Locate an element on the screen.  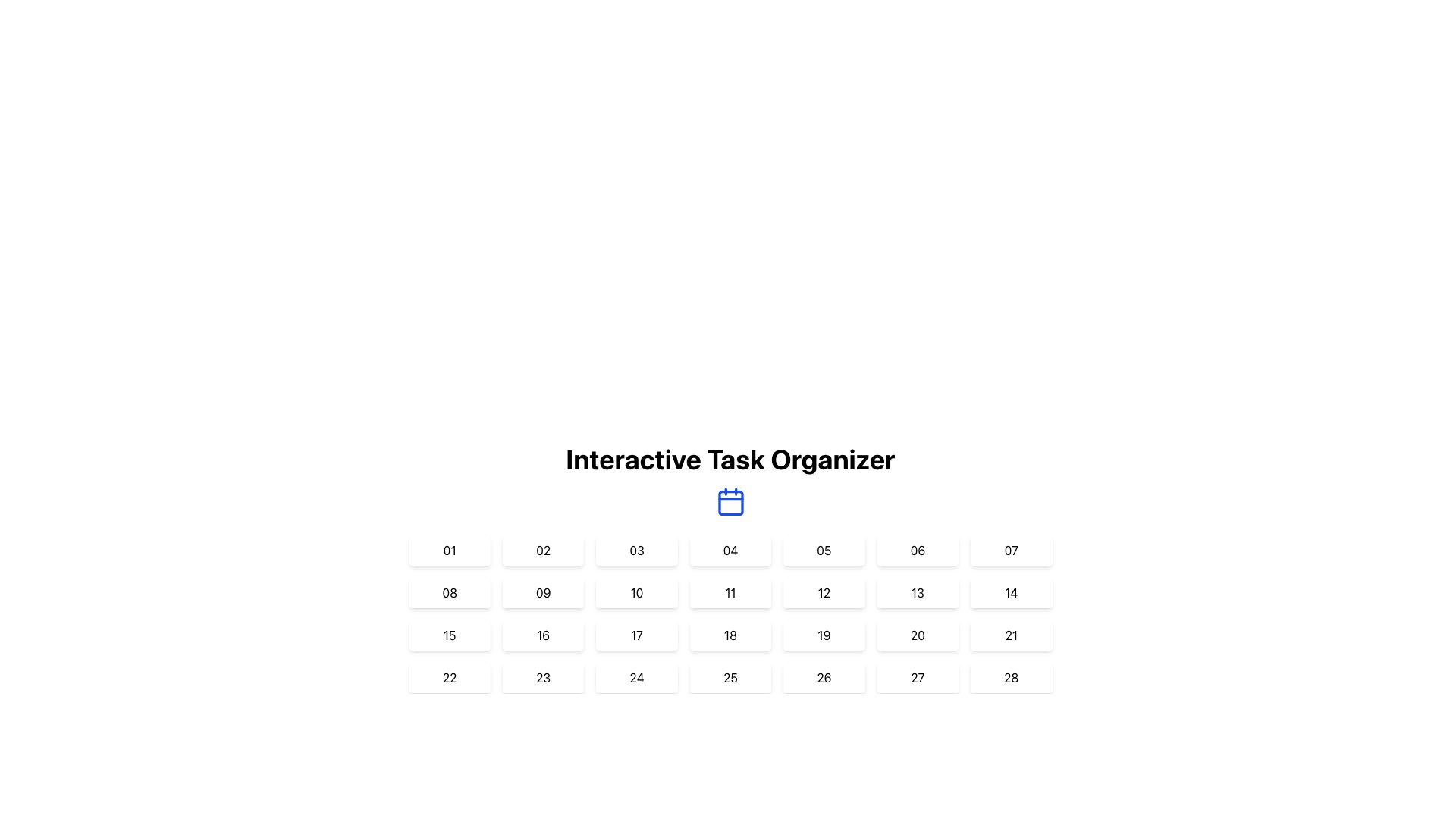
the interactive button labeled '02' is located at coordinates (543, 550).